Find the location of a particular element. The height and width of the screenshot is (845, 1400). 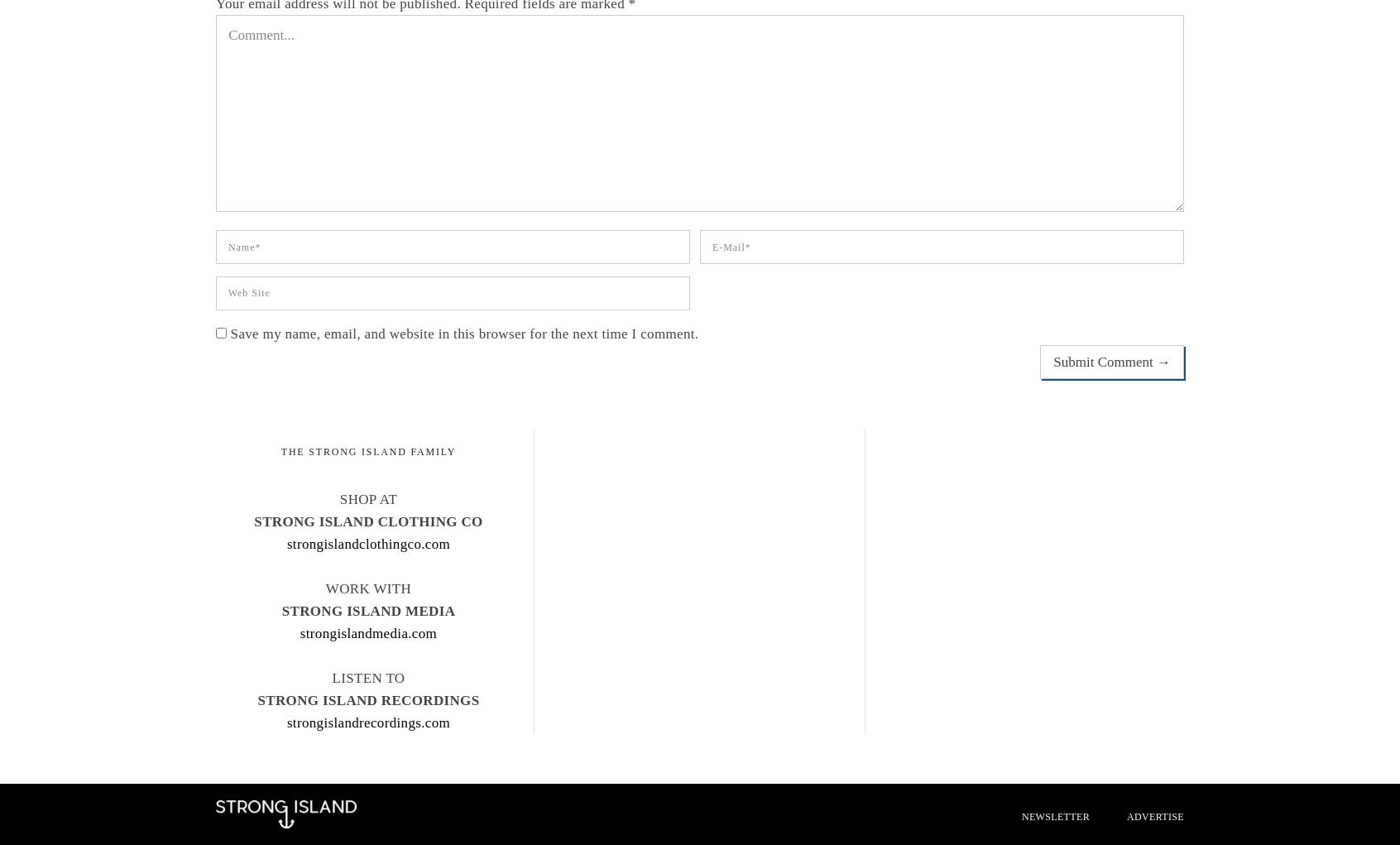

'Save my name, email, and website in this browser for the next time I comment.' is located at coordinates (464, 333).